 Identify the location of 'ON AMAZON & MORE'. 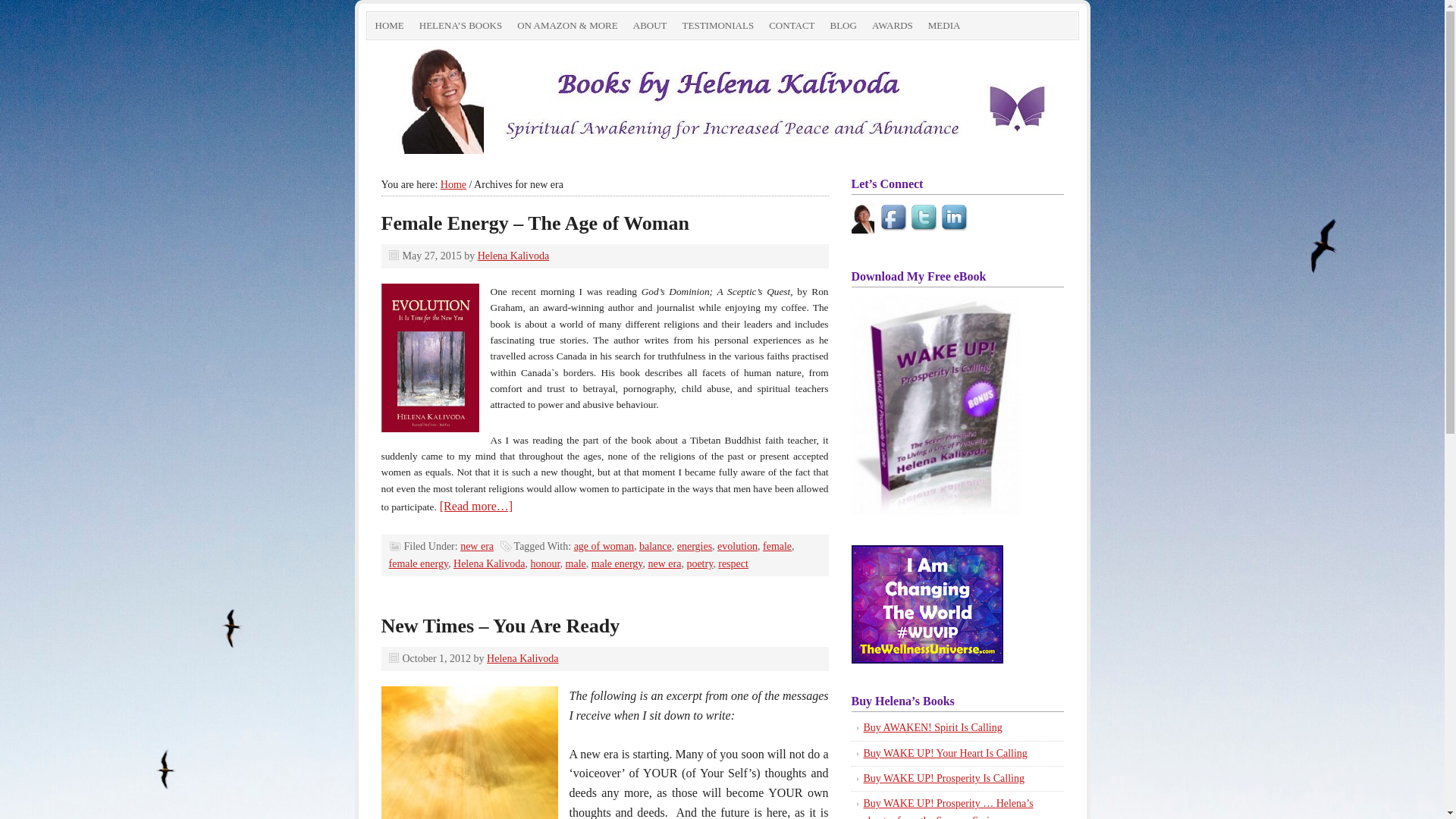
(566, 26).